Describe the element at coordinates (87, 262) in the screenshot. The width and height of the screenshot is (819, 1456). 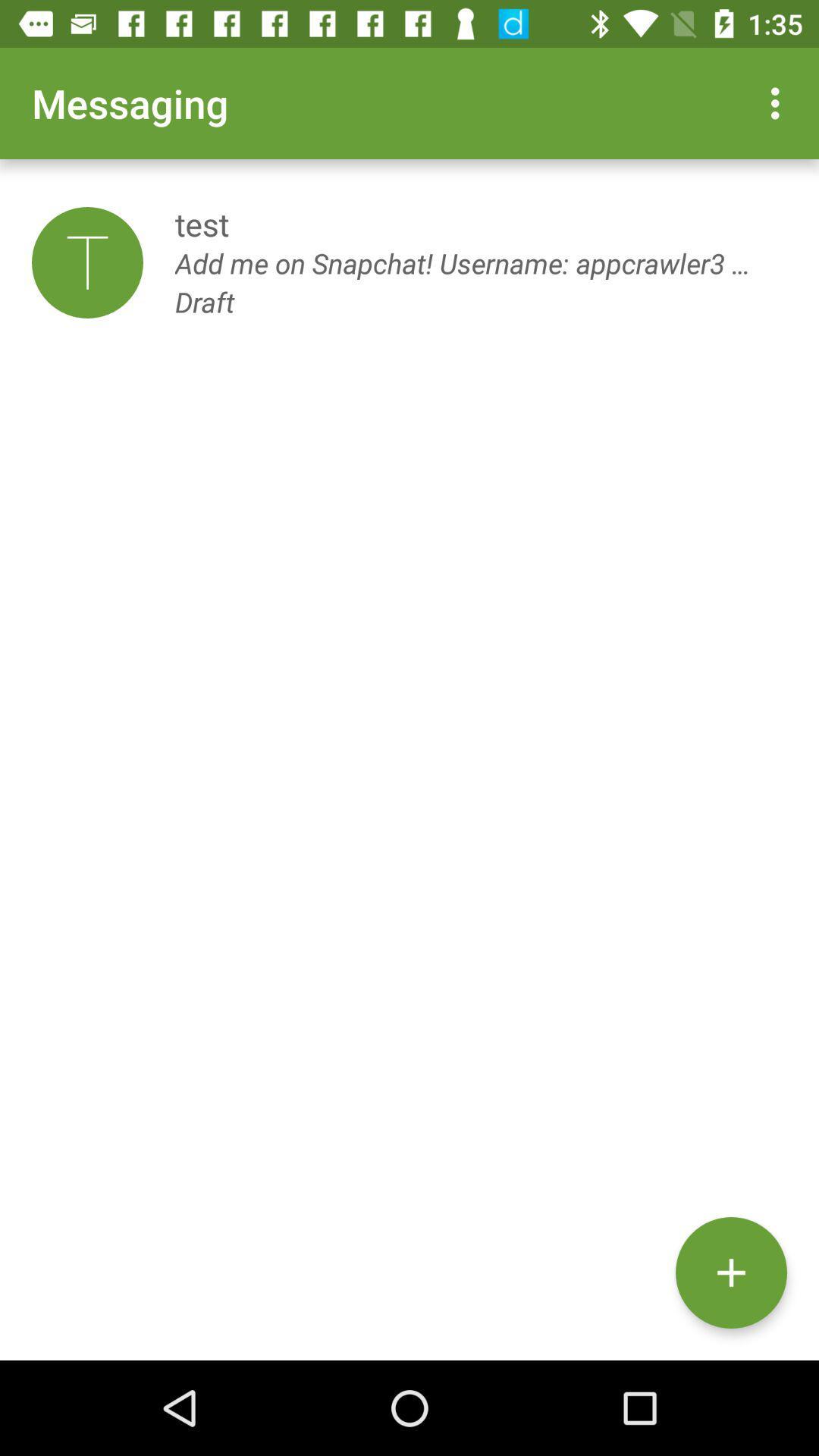
I see `icon next to the test item` at that location.